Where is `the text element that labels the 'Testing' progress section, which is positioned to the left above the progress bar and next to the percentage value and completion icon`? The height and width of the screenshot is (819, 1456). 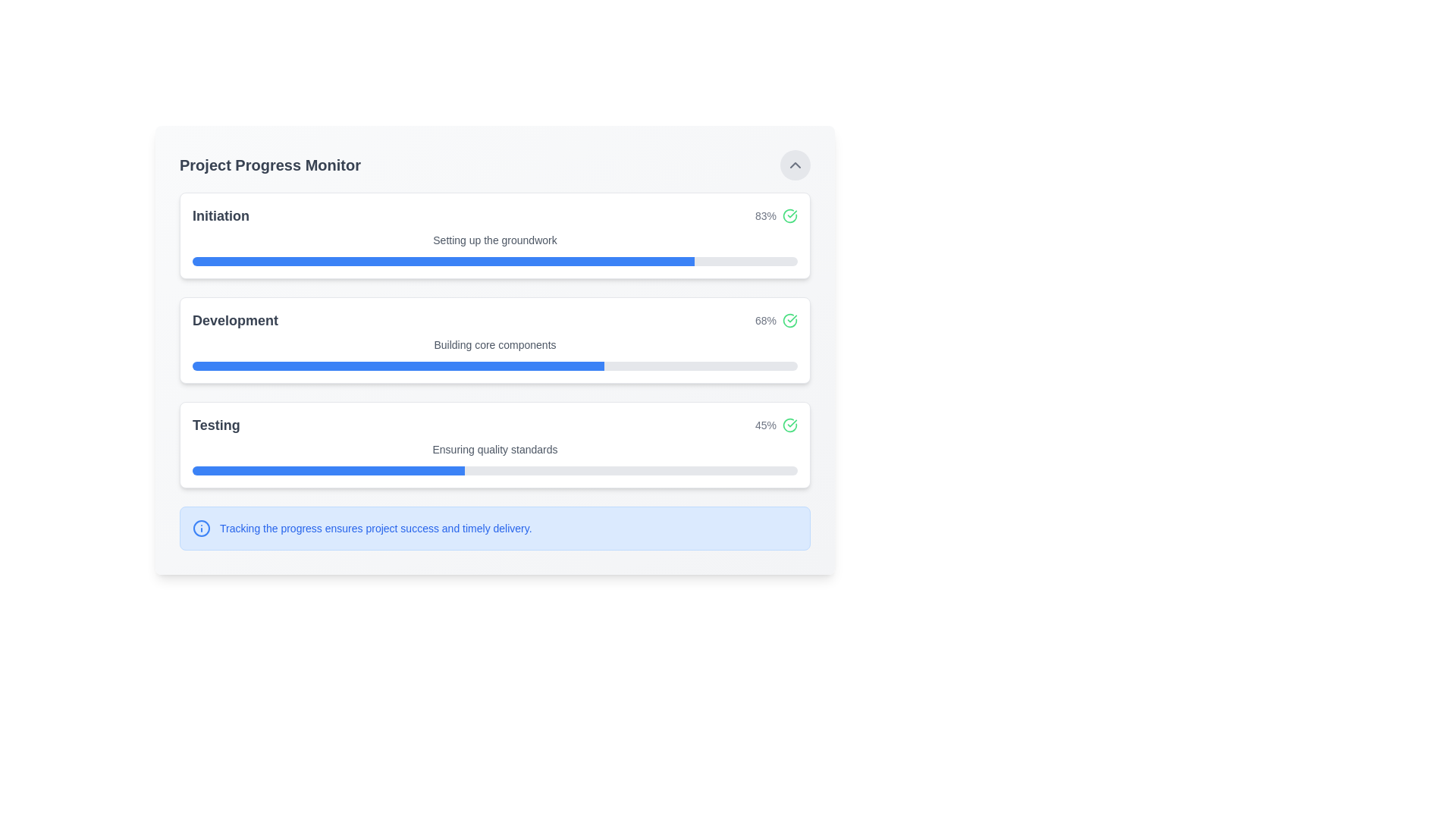 the text element that labels the 'Testing' progress section, which is positioned to the left above the progress bar and next to the percentage value and completion icon is located at coordinates (215, 425).